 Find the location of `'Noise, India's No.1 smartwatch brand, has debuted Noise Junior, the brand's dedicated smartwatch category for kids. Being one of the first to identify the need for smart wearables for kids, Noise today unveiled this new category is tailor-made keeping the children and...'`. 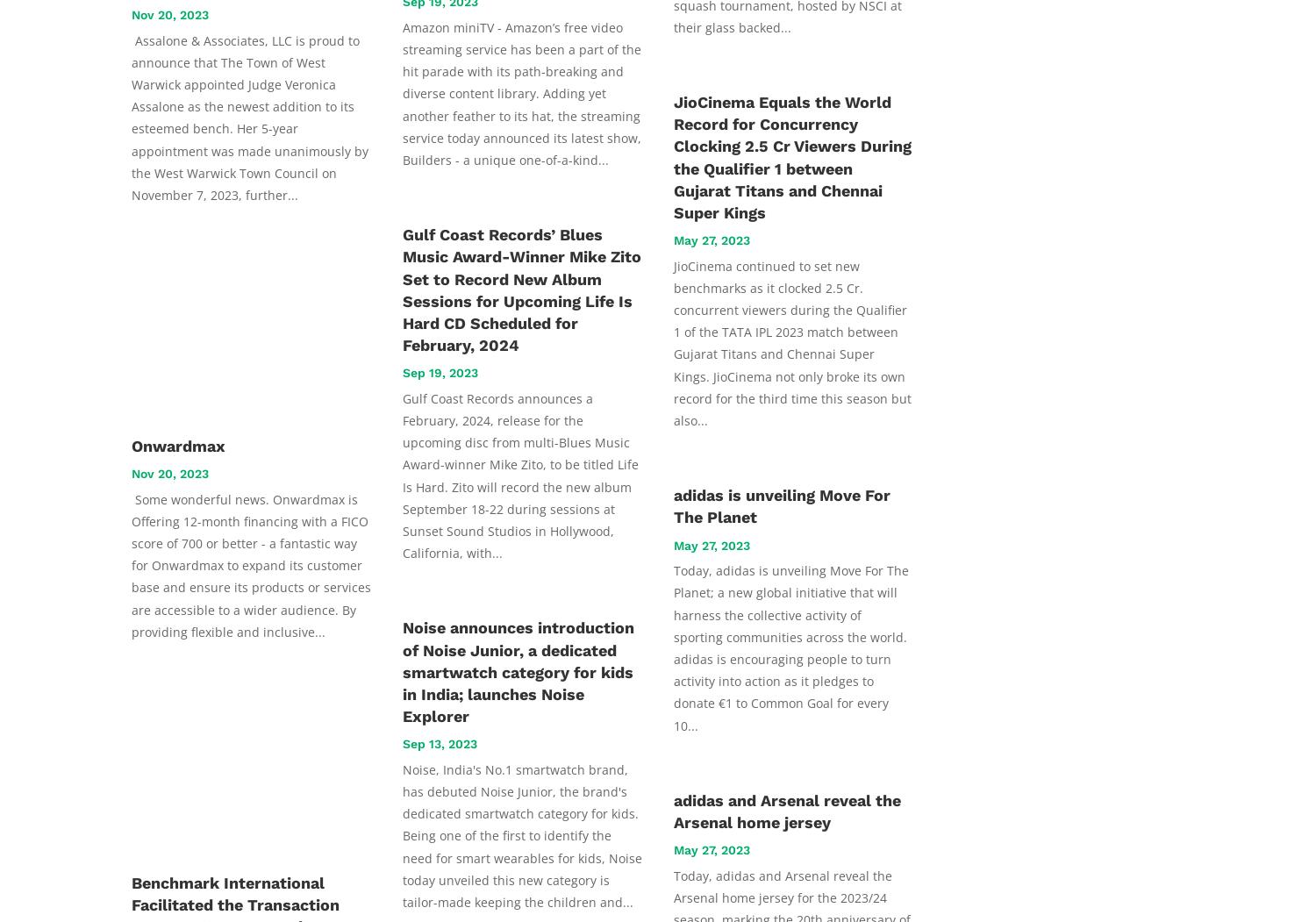

'Noise, India's No.1 smartwatch brand, has debuted Noise Junior, the brand's dedicated smartwatch category for kids. Being one of the first to identify the need for smart wearables for kids, Noise today unveiled this new category is tailor-made keeping the children and...' is located at coordinates (402, 834).